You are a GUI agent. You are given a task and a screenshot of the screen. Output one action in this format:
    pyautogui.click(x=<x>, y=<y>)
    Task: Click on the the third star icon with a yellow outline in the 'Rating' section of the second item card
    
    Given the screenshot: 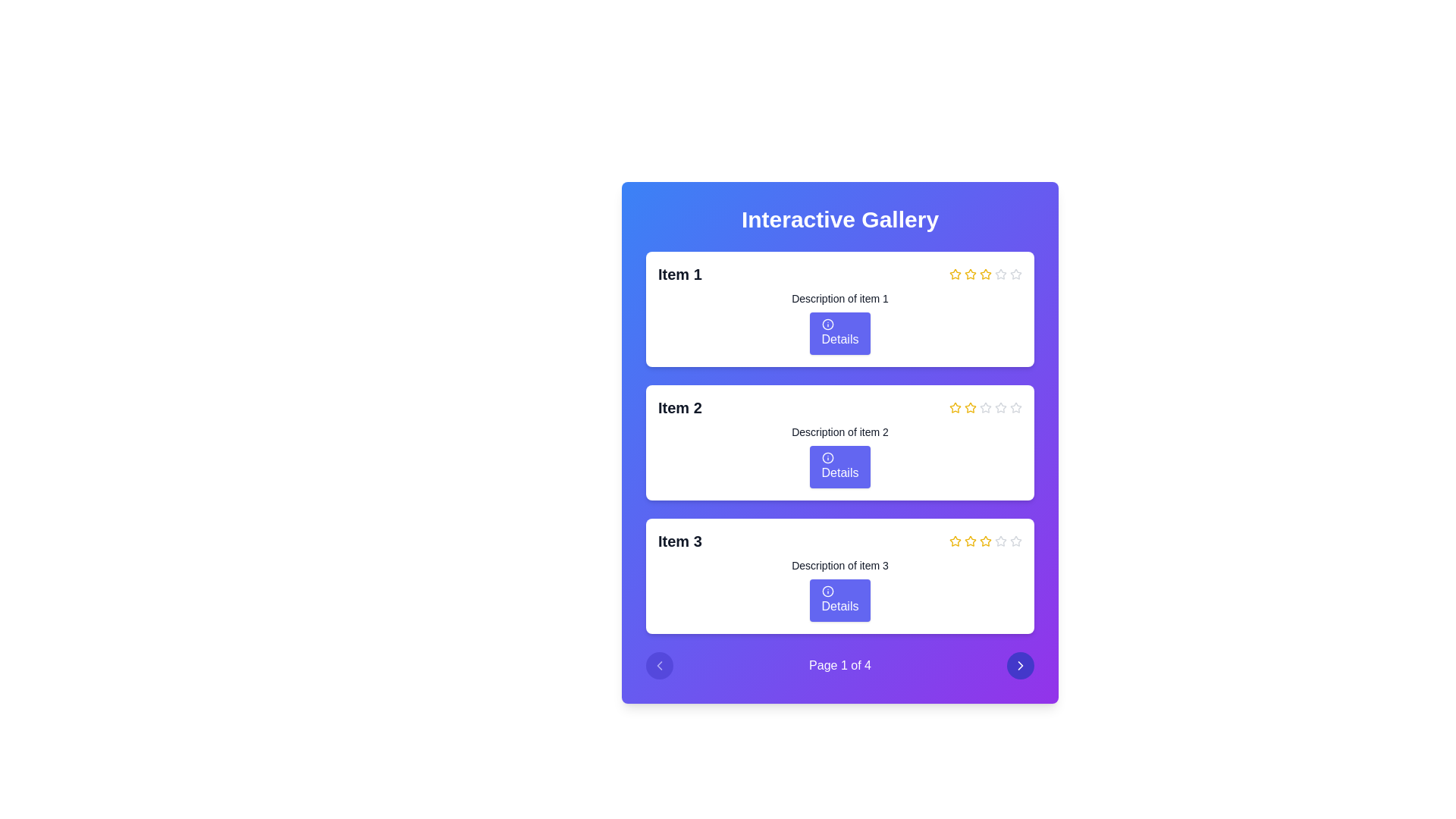 What is the action you would take?
    pyautogui.click(x=971, y=406)
    